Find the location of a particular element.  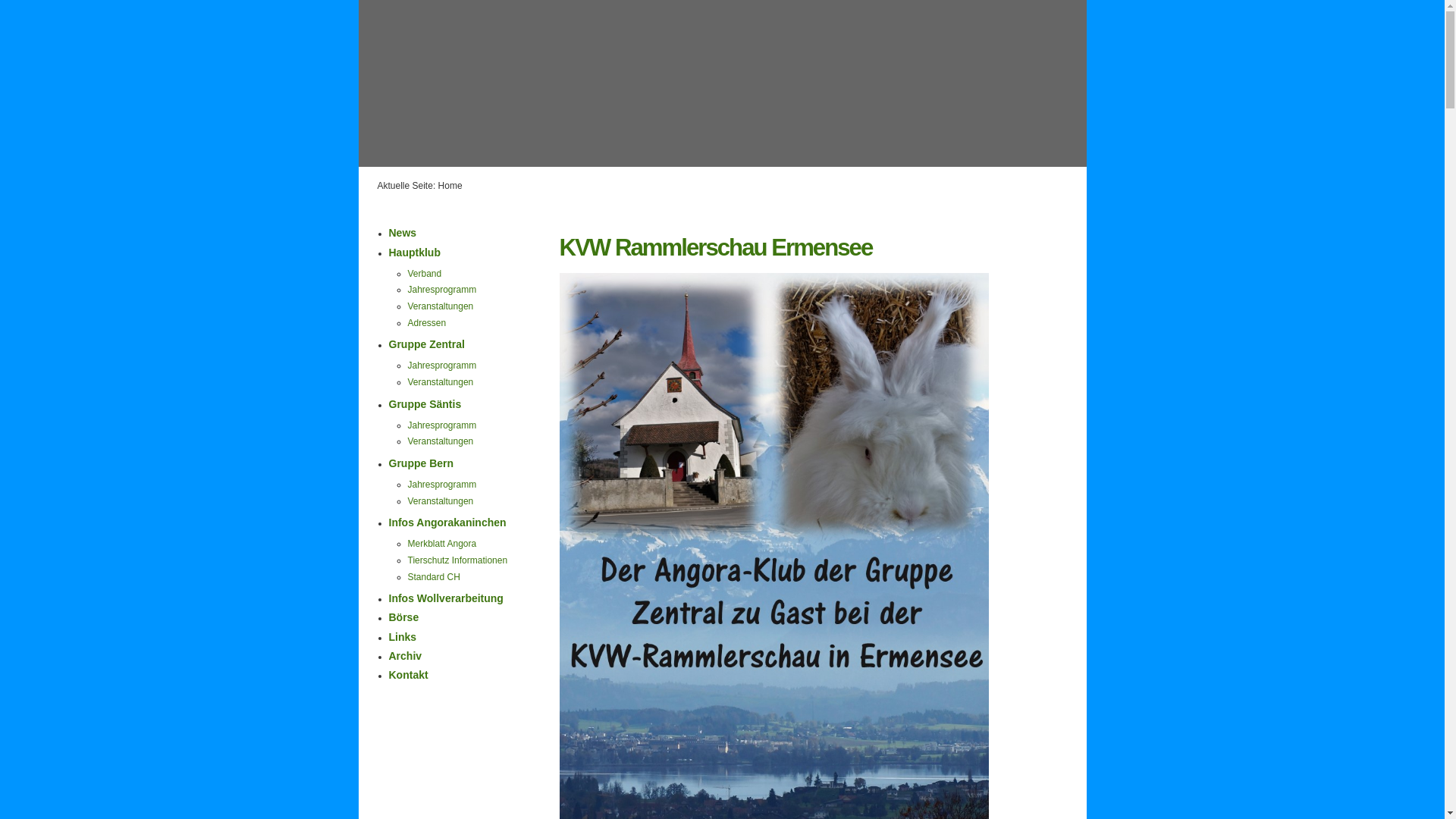

'Veranstaltungen' is located at coordinates (440, 306).